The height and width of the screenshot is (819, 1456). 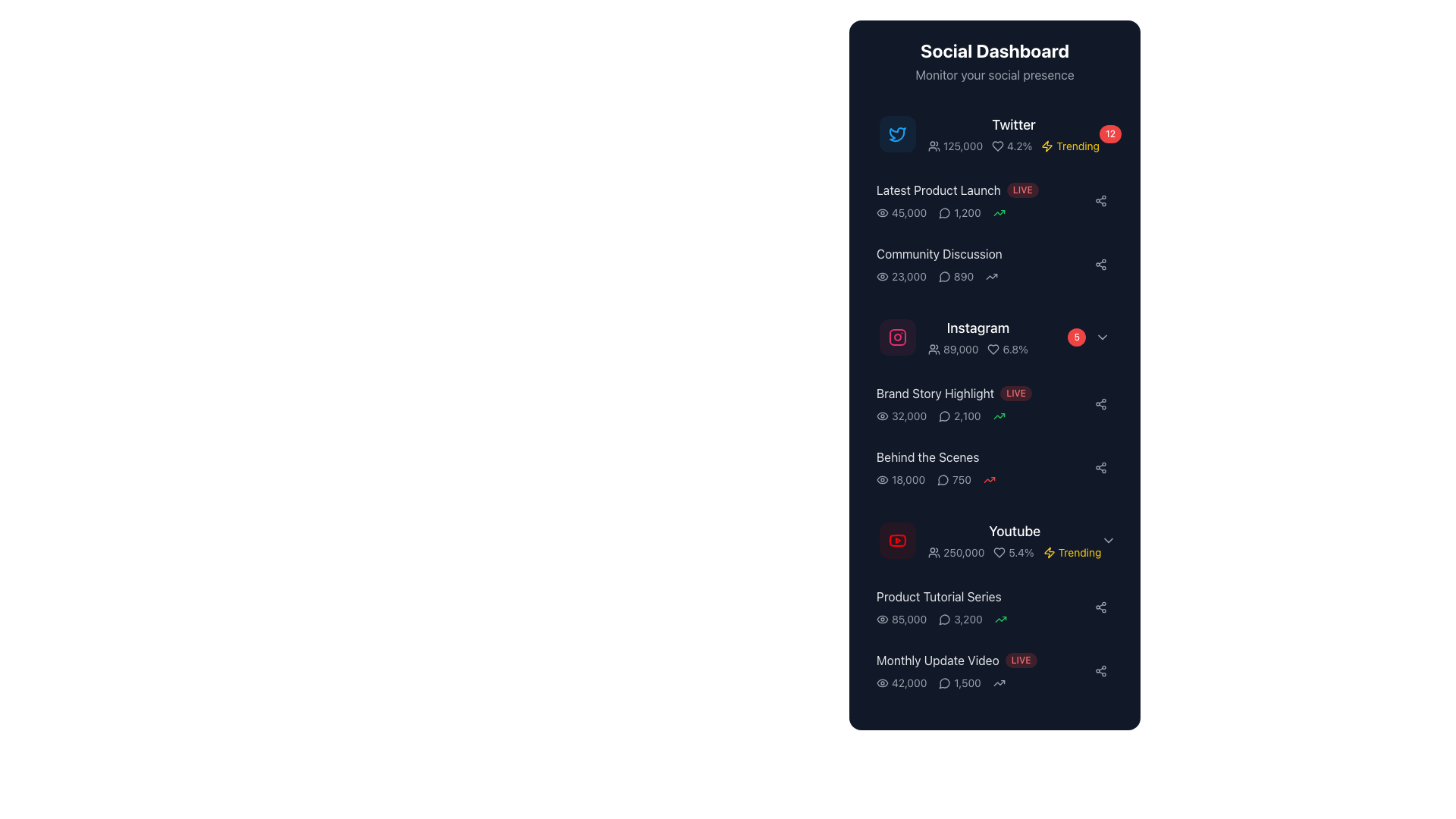 What do you see at coordinates (994, 607) in the screenshot?
I see `the button labeled 'Product Tutorial Series' on the Social Dashboard` at bounding box center [994, 607].